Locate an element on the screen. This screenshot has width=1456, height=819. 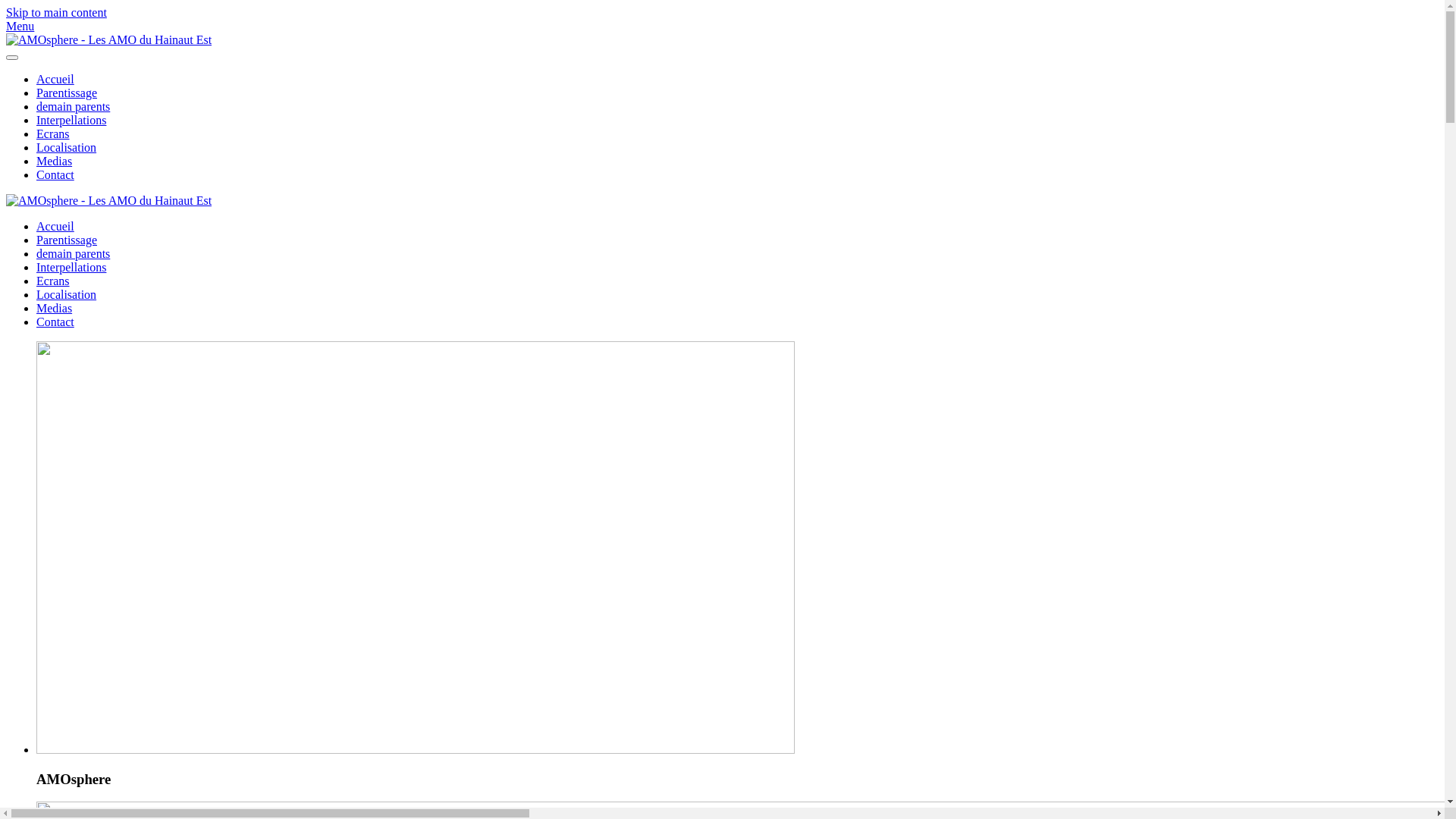
'Ecrans' is located at coordinates (36, 133).